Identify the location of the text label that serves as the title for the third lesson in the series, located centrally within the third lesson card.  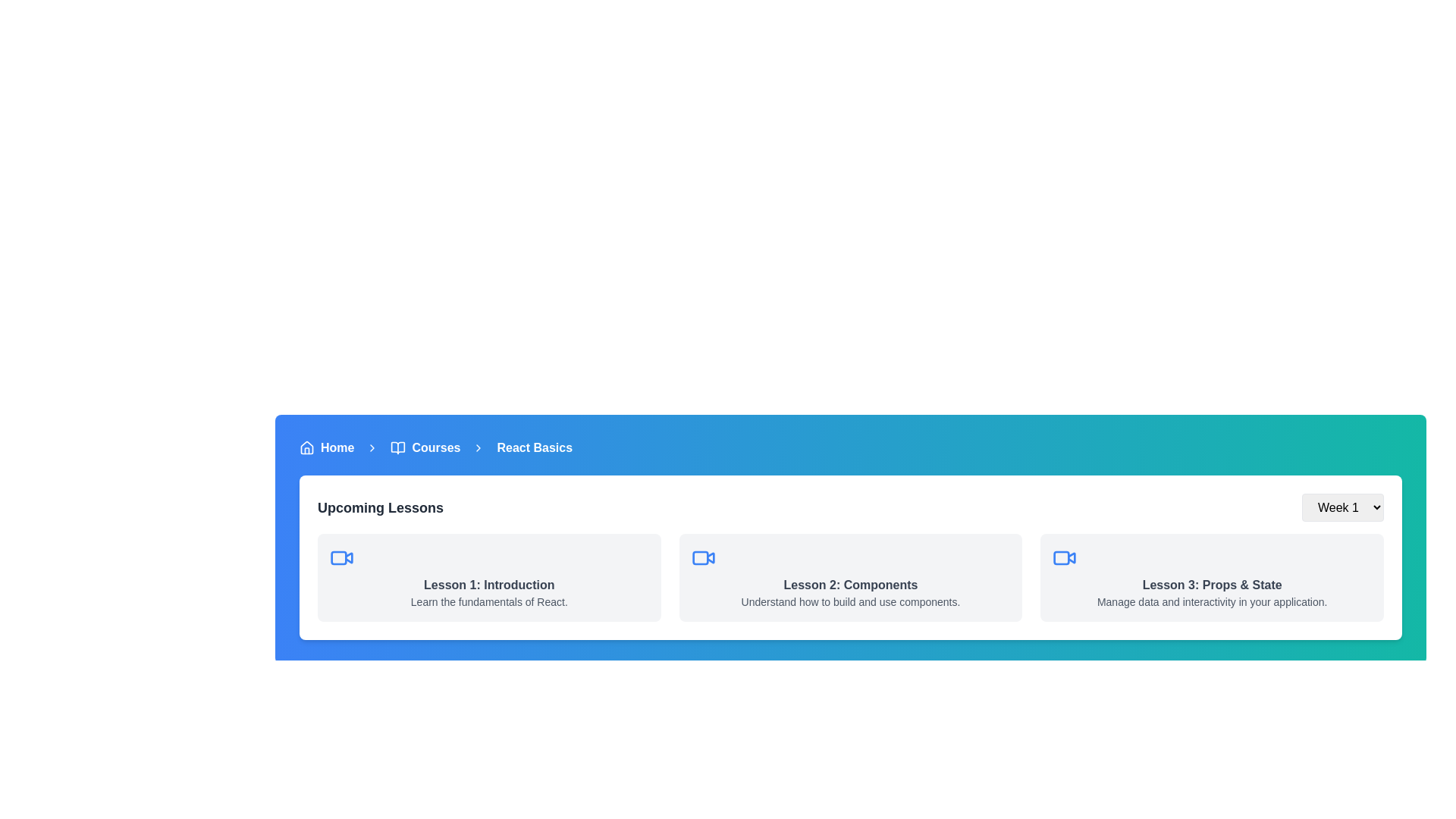
(1211, 584).